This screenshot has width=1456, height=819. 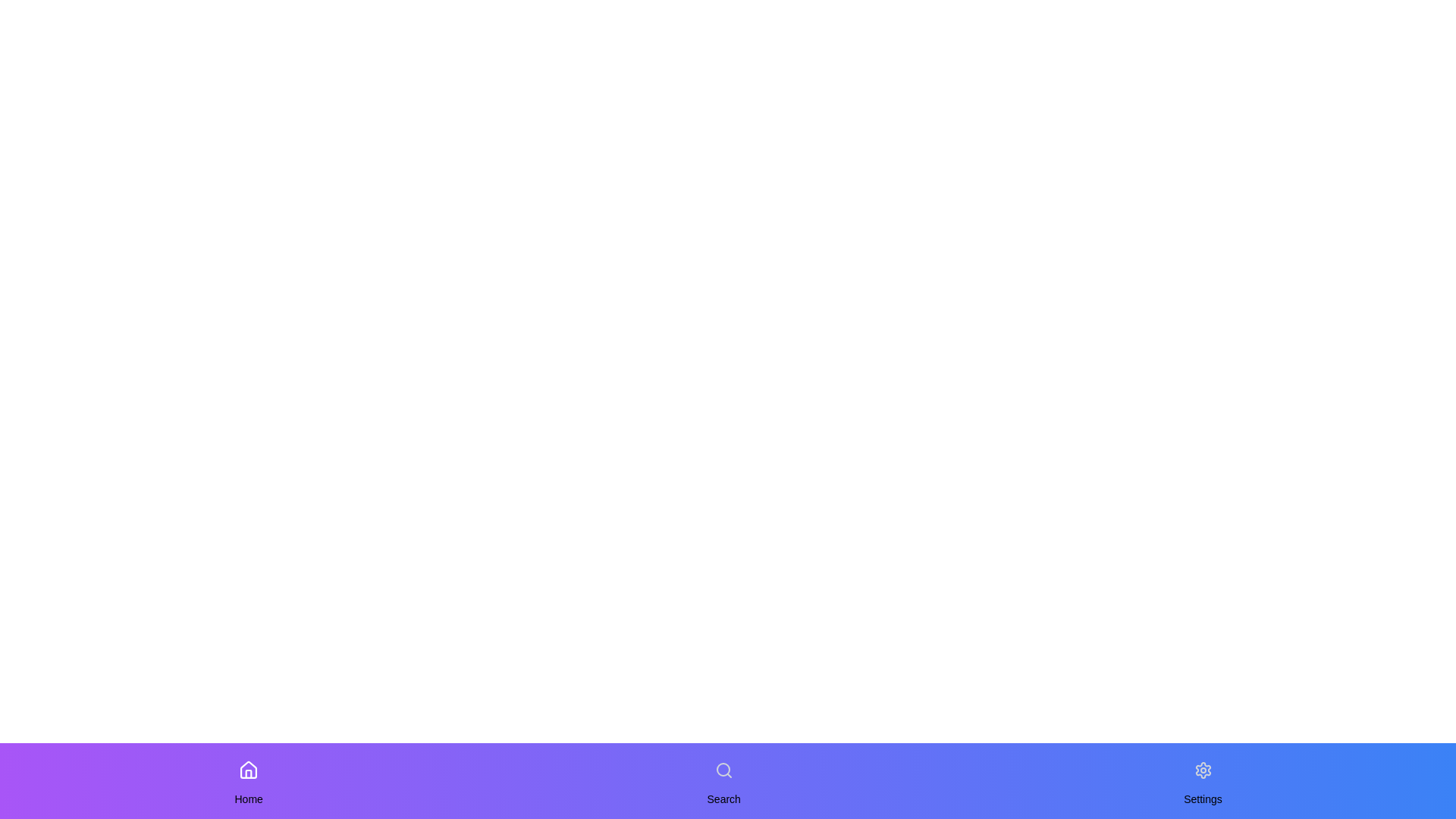 I want to click on the navigation item Search to change the active state, so click(x=723, y=770).